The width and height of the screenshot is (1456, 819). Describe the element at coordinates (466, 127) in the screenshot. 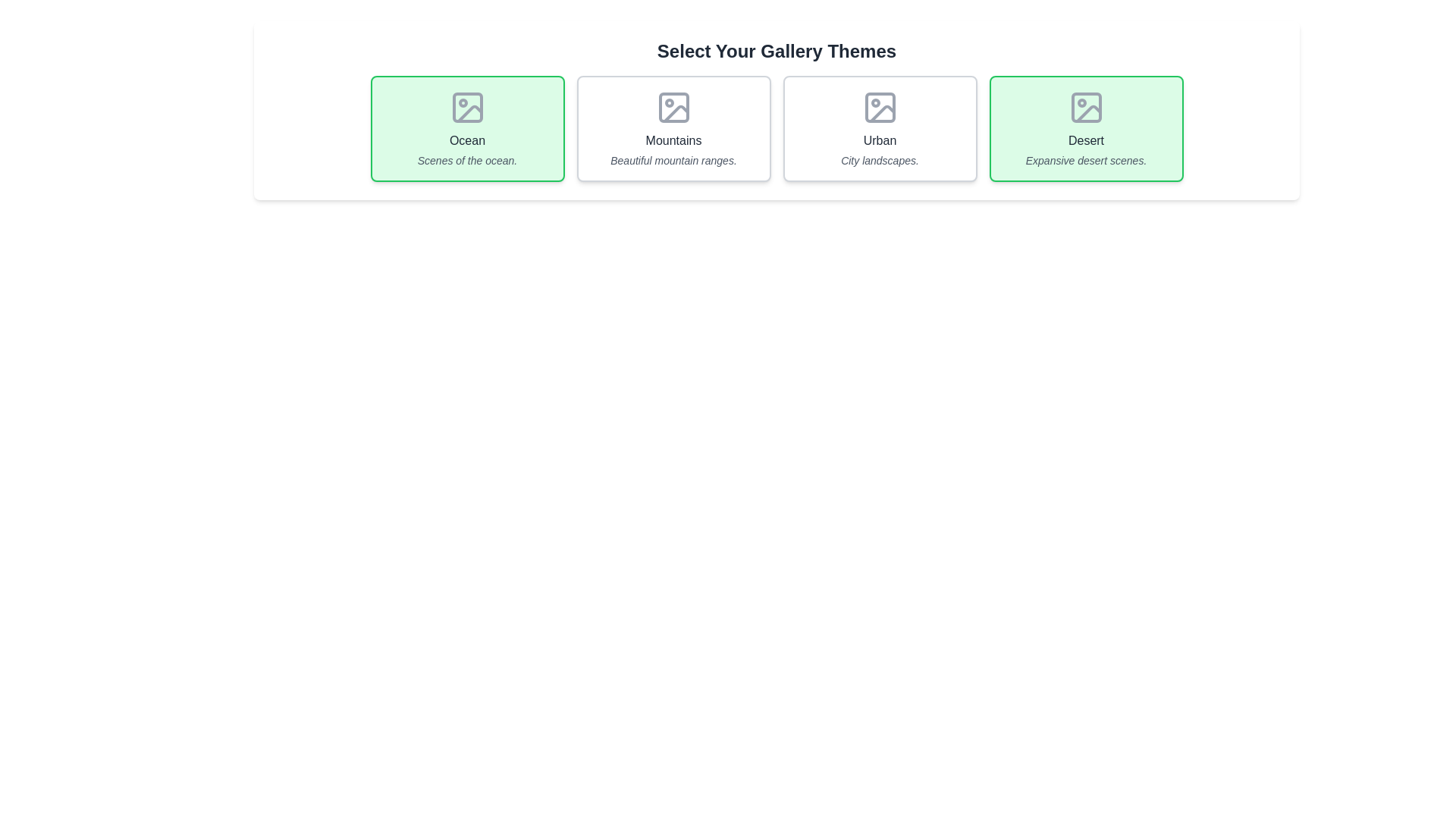

I see `the tag labeled Ocean` at that location.